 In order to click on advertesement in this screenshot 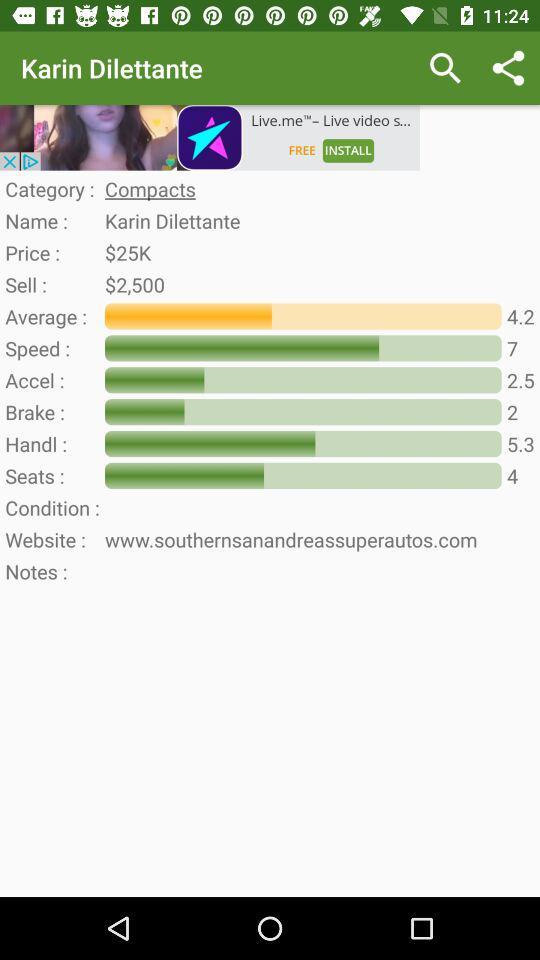, I will do `click(209, 136)`.